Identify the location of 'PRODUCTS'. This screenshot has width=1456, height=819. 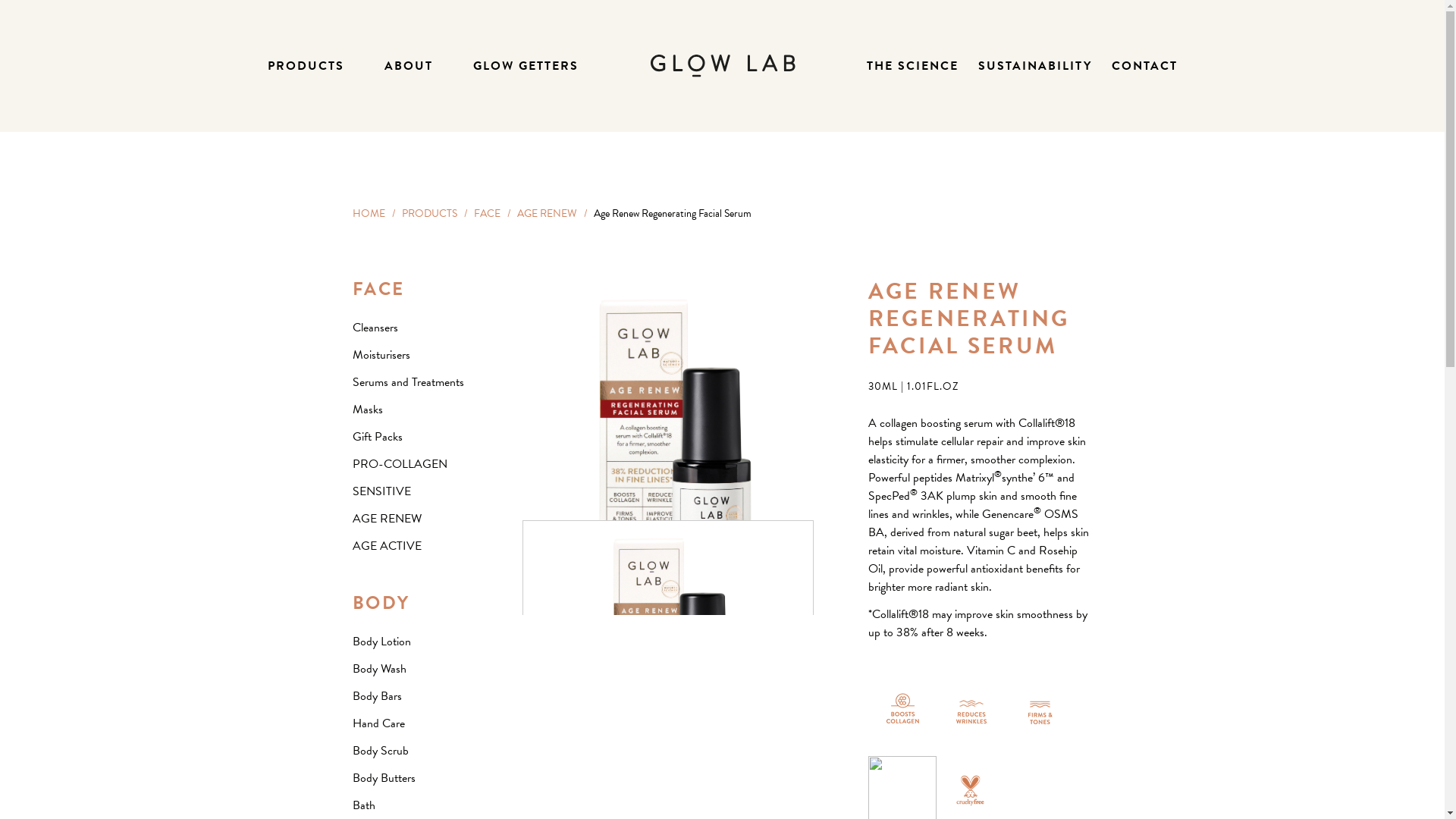
(428, 213).